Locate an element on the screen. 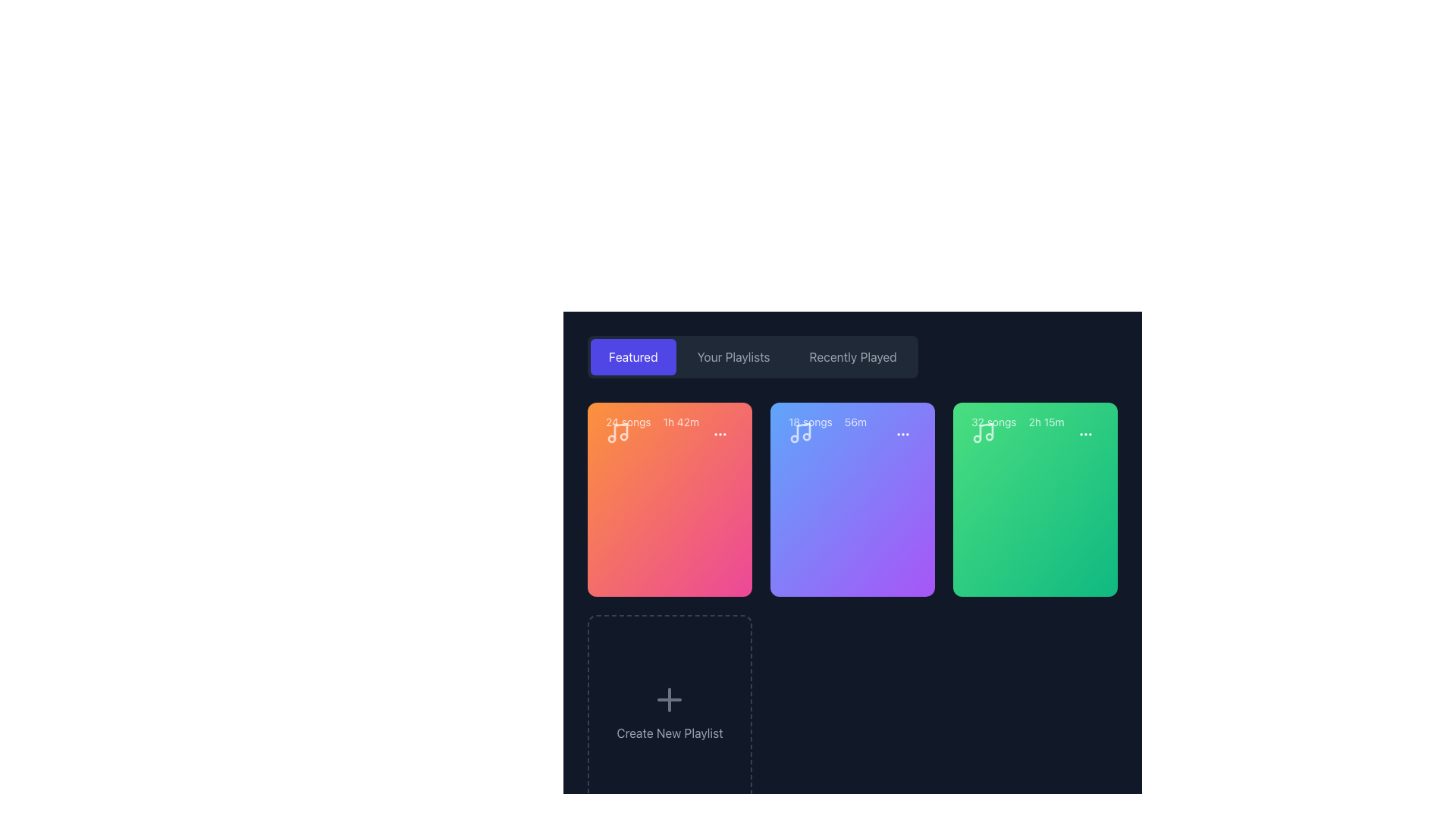  the static text information displaying metadata about the playlist content, which shows the number of songs and total duration located at the bottom of the second card is located at coordinates (827, 422).